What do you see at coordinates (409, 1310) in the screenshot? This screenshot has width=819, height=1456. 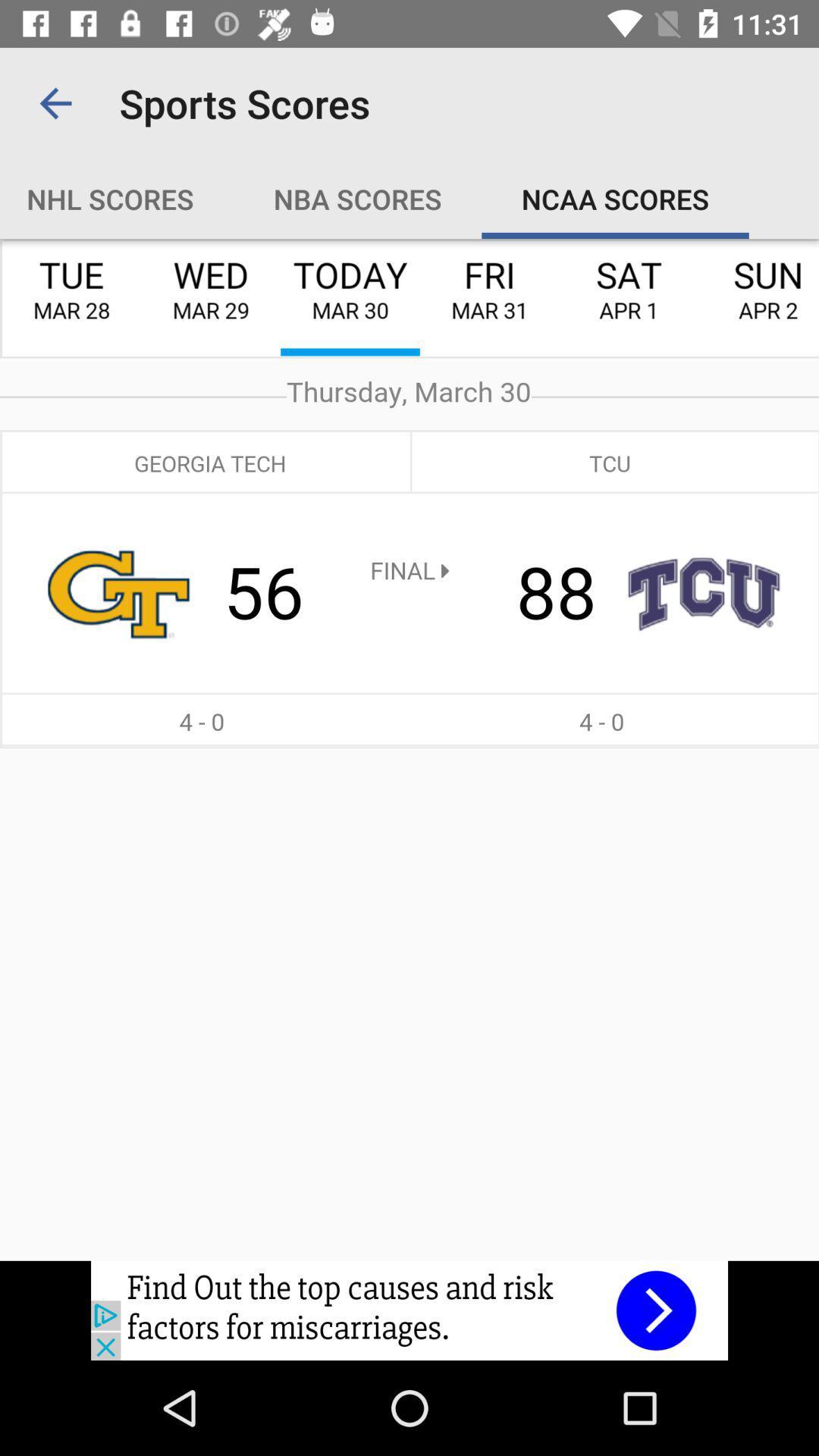 I see `advertisement click` at bounding box center [409, 1310].